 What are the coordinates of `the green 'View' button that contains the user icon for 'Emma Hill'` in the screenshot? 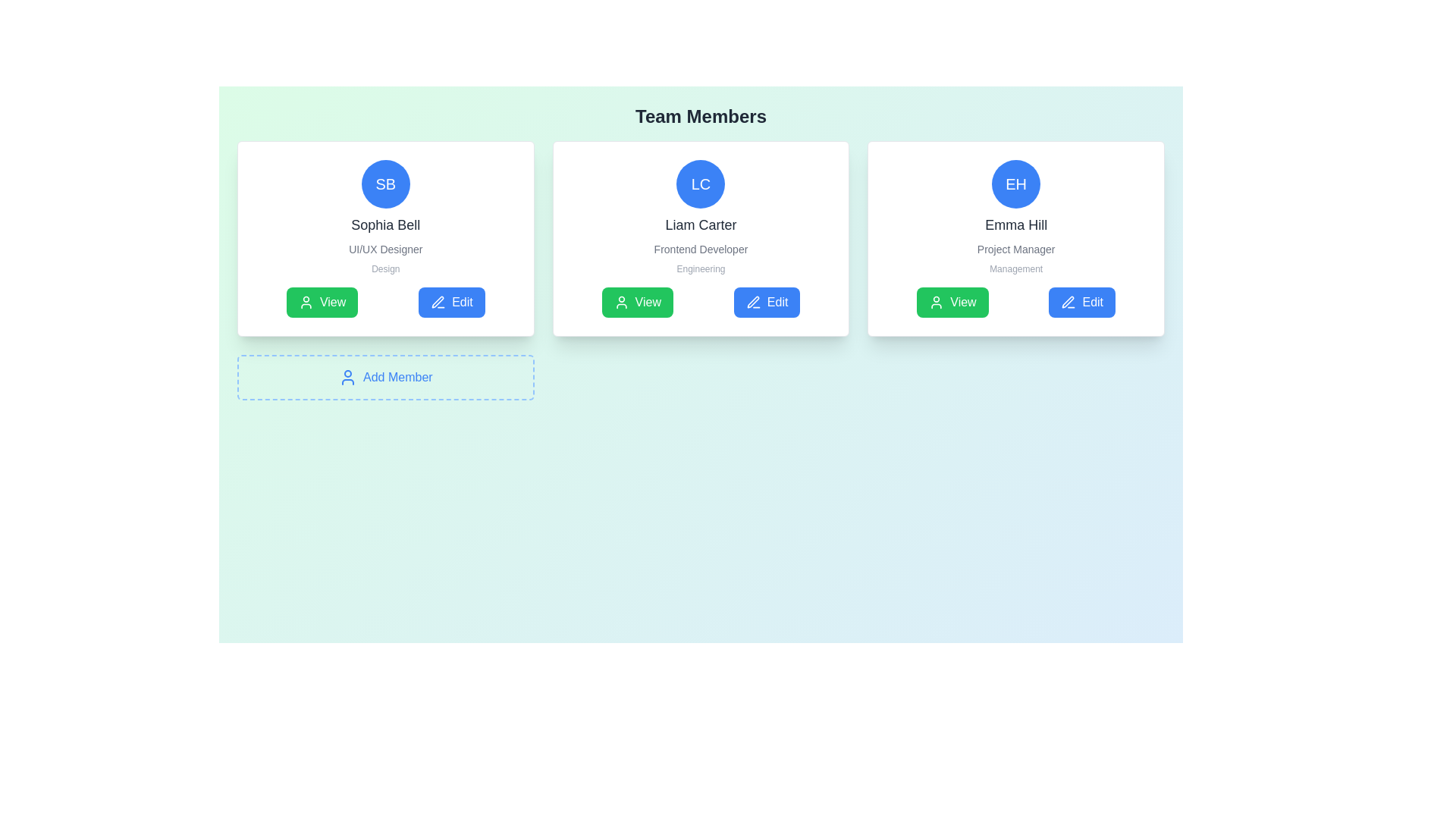 It's located at (936, 302).